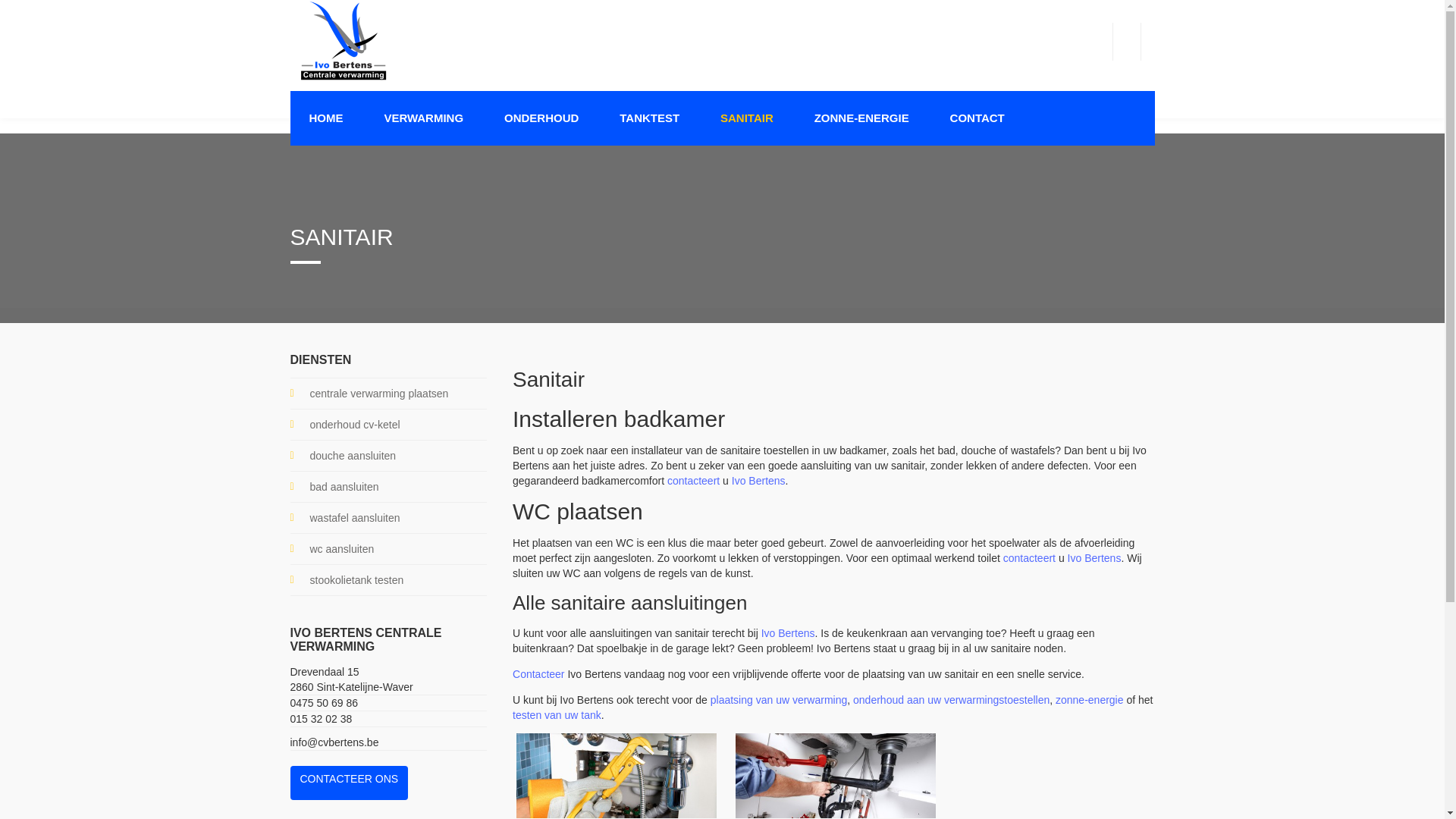 The image size is (1456, 819). What do you see at coordinates (388, 549) in the screenshot?
I see `'wc aansluiten'` at bounding box center [388, 549].